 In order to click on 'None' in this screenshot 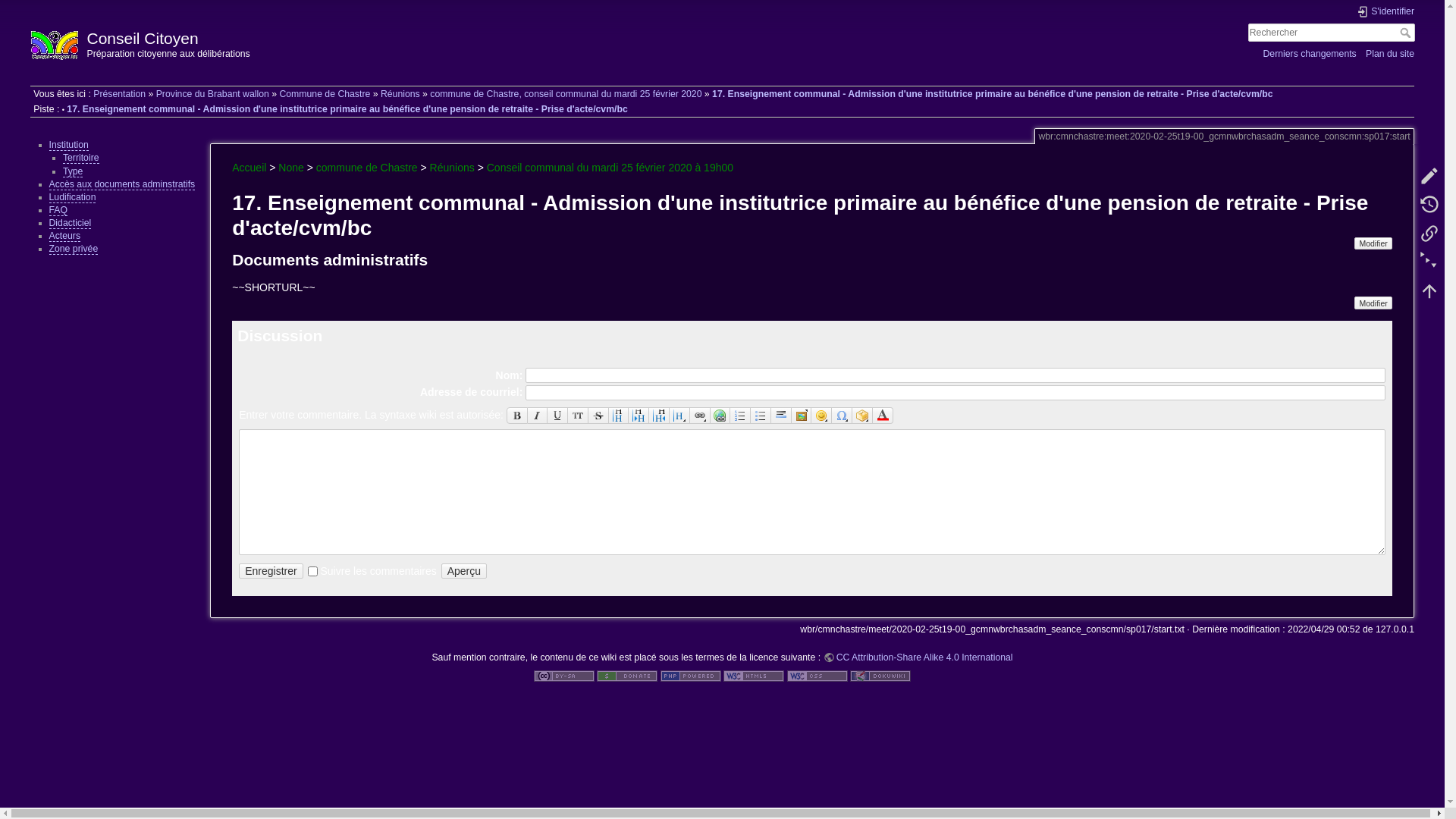, I will do `click(290, 167)`.